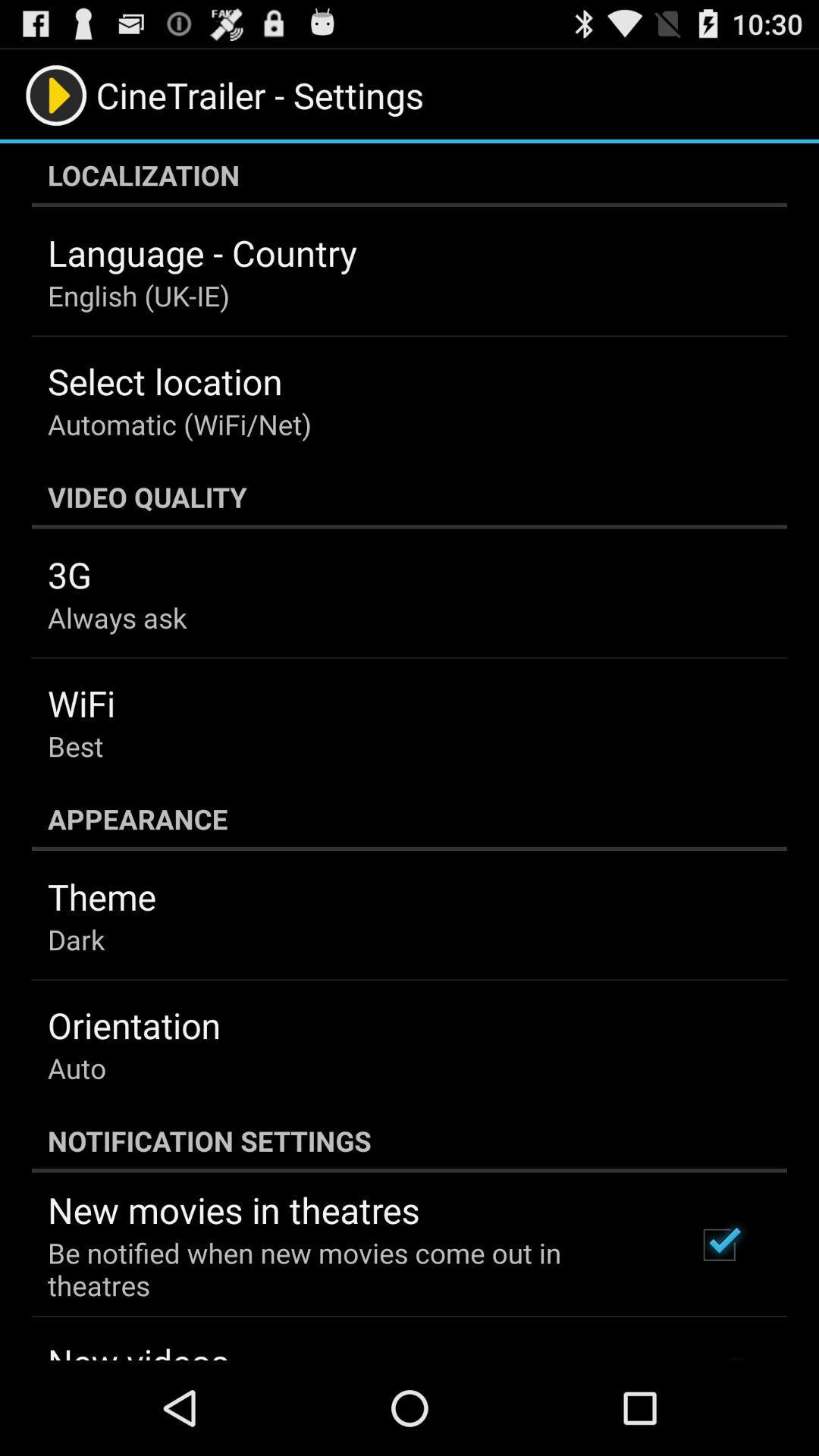 The width and height of the screenshot is (819, 1456). I want to click on icon above the appearance, so click(75, 745).